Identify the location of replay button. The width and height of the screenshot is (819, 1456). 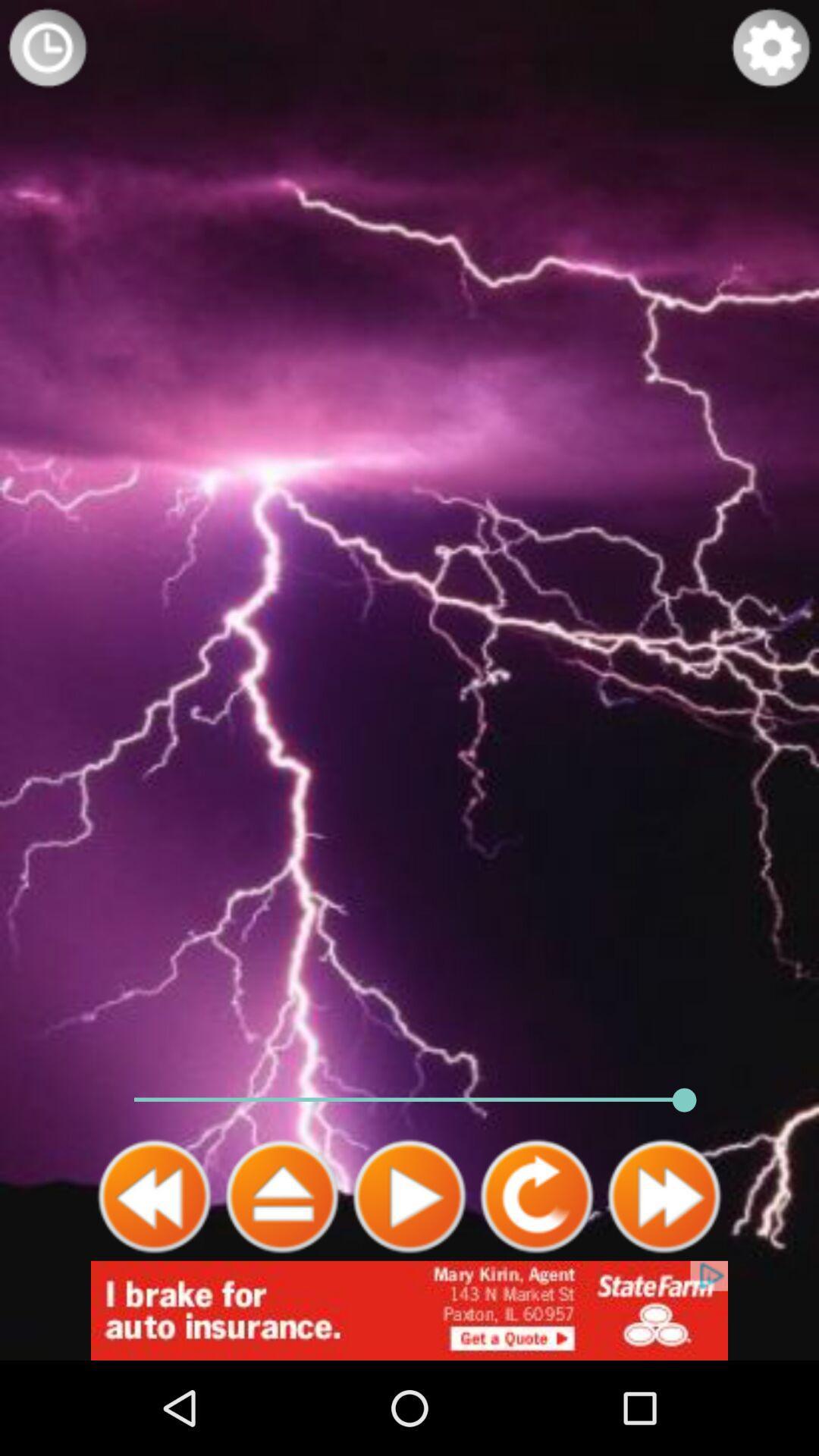
(536, 1196).